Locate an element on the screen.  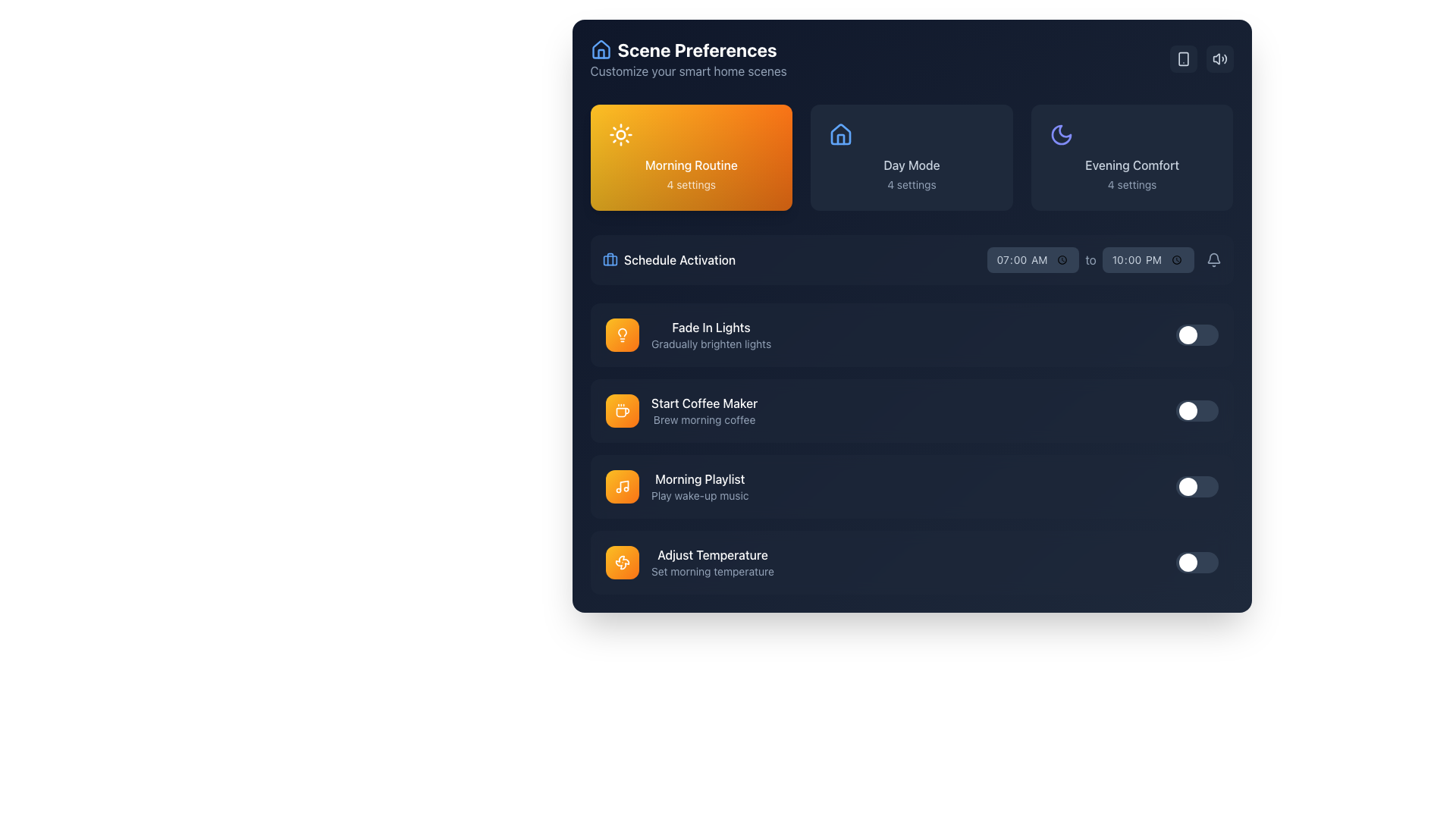
the 'Day Mode' icon within the 'Scene Preferences' interface, which visually represents the 'Day Mode' option is located at coordinates (840, 133).